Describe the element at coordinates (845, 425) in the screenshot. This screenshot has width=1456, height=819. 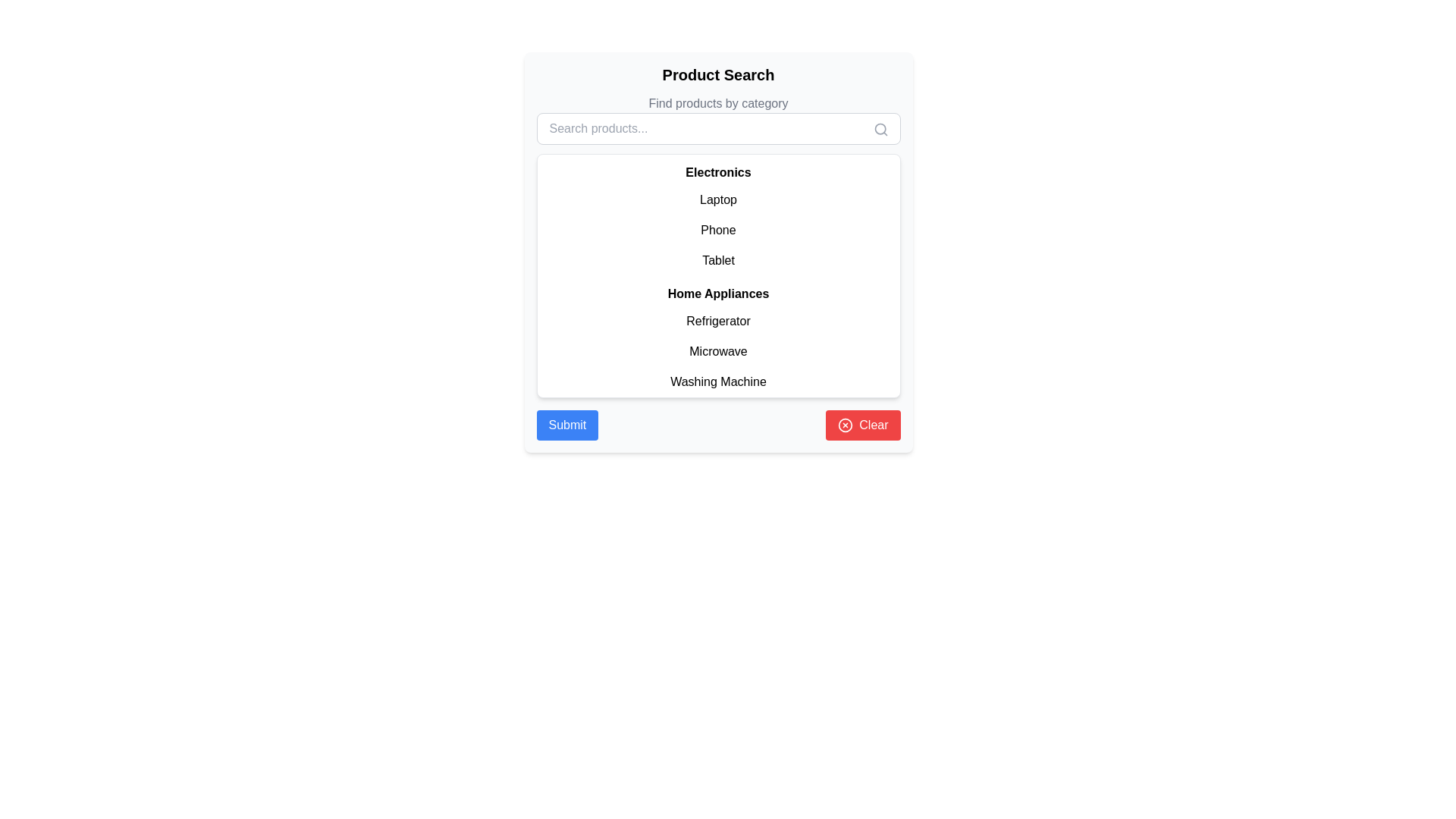
I see `the Clear action icon located at the bottom right corner of the panel` at that location.